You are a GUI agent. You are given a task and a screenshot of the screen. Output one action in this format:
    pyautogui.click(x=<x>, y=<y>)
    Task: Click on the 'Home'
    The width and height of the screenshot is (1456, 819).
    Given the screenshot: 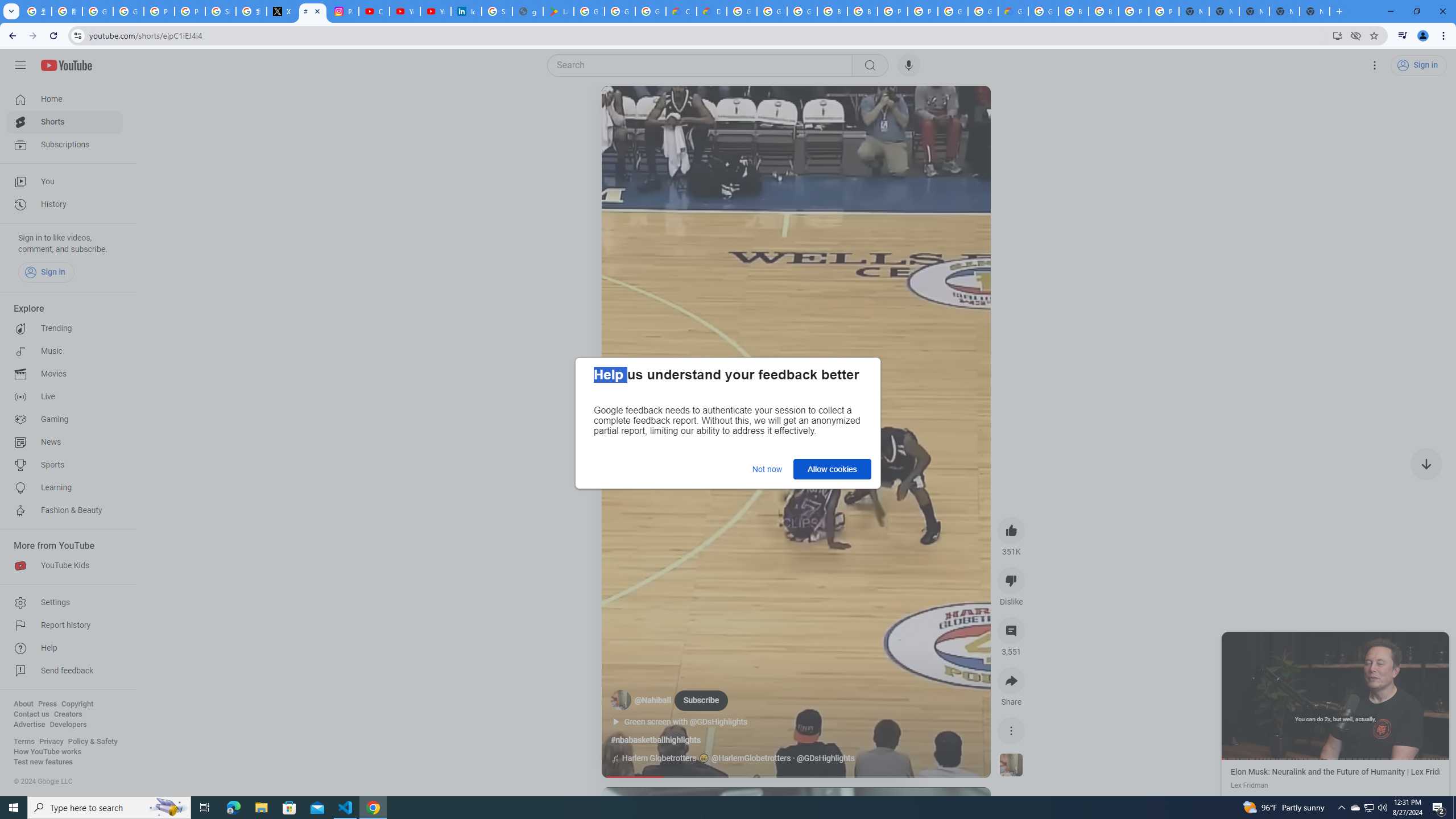 What is the action you would take?
    pyautogui.click(x=64, y=98)
    